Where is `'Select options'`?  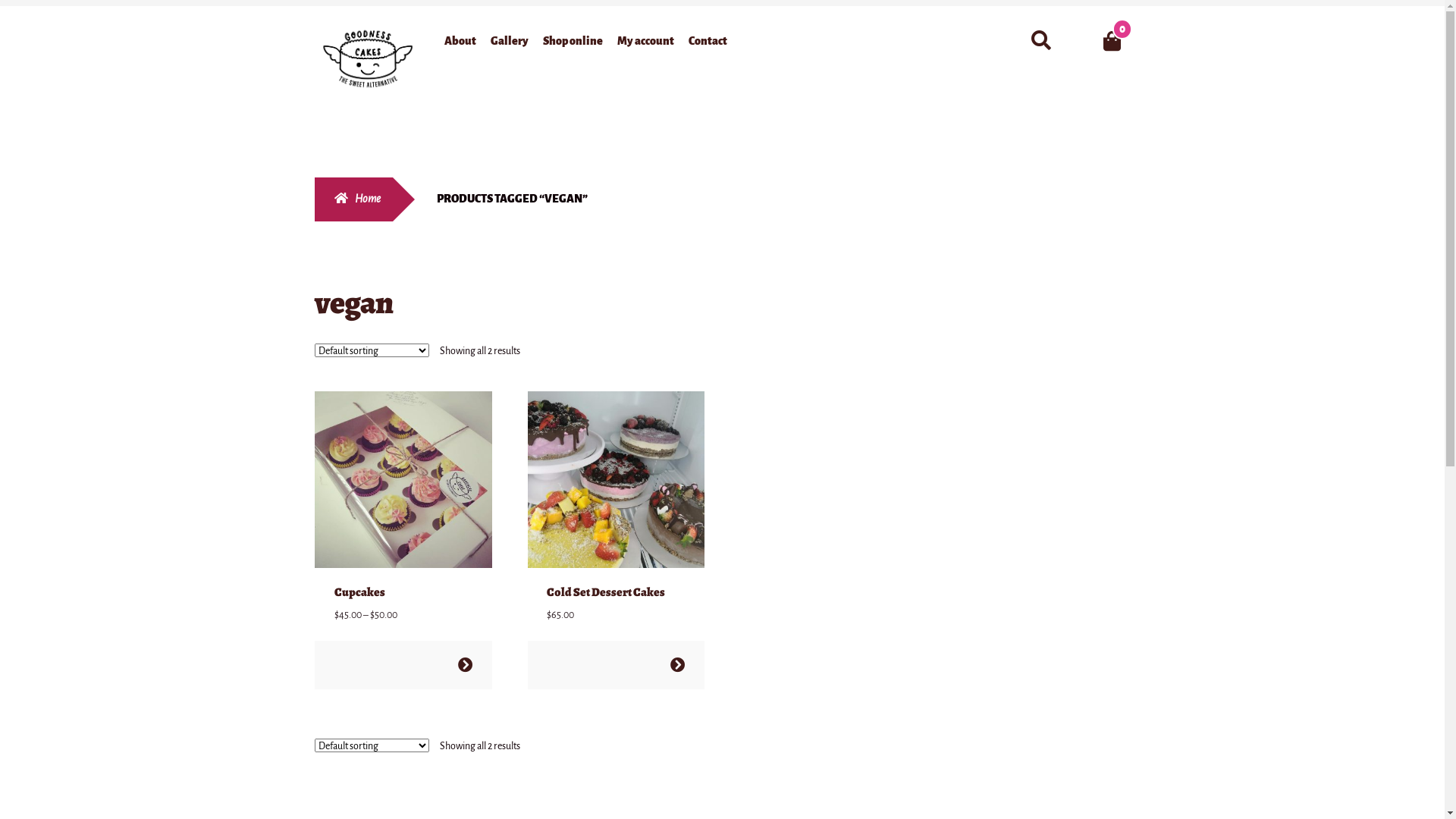 'Select options' is located at coordinates (676, 664).